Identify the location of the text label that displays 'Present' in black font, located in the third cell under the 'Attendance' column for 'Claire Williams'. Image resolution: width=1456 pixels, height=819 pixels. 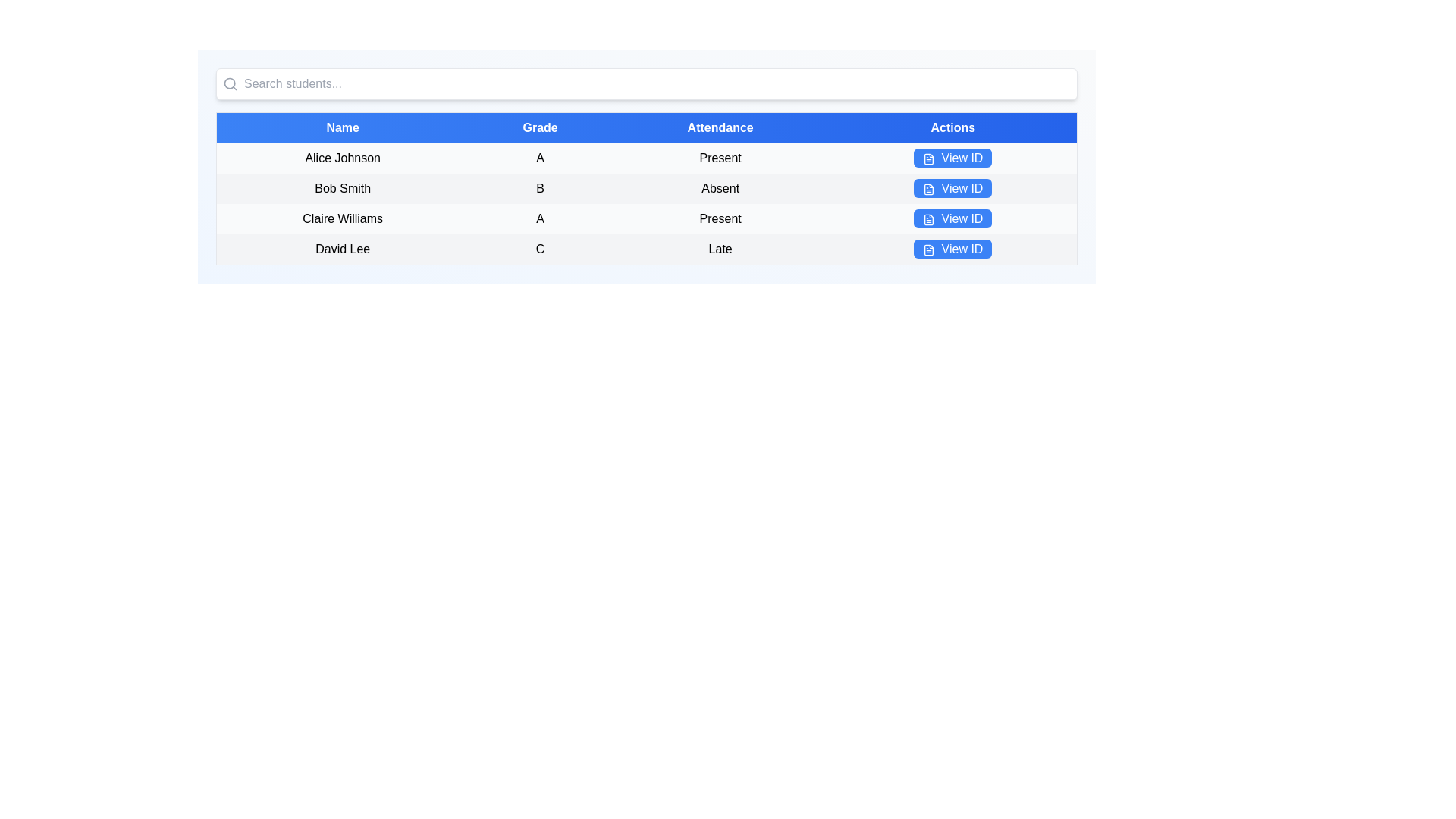
(720, 219).